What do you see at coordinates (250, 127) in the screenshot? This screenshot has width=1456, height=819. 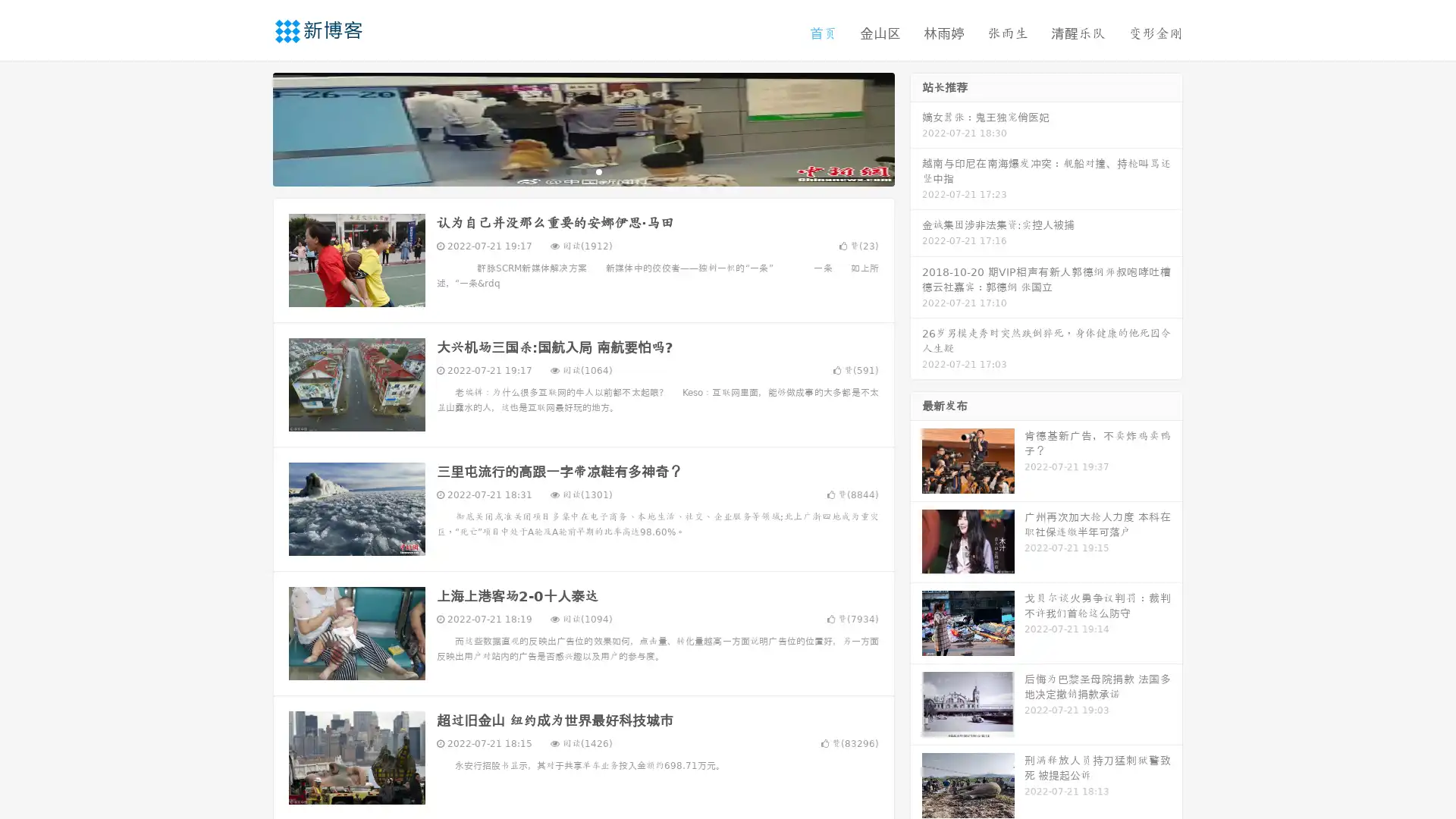 I see `Previous slide` at bounding box center [250, 127].